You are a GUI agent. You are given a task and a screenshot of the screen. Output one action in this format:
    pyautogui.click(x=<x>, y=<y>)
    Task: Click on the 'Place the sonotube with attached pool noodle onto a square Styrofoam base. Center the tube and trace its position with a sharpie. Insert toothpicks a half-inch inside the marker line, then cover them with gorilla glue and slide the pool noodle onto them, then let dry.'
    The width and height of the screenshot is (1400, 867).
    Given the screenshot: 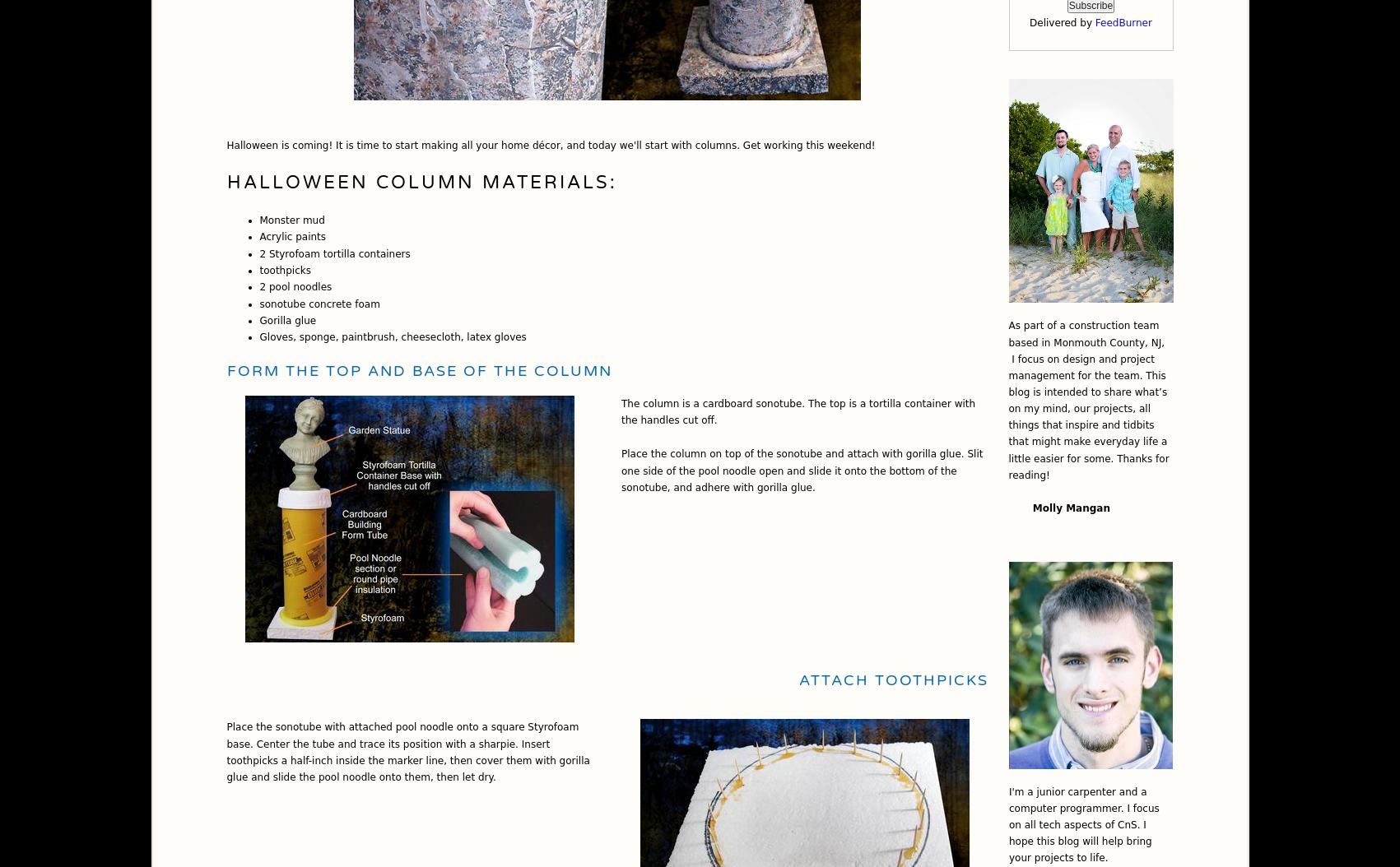 What is the action you would take?
    pyautogui.click(x=407, y=751)
    